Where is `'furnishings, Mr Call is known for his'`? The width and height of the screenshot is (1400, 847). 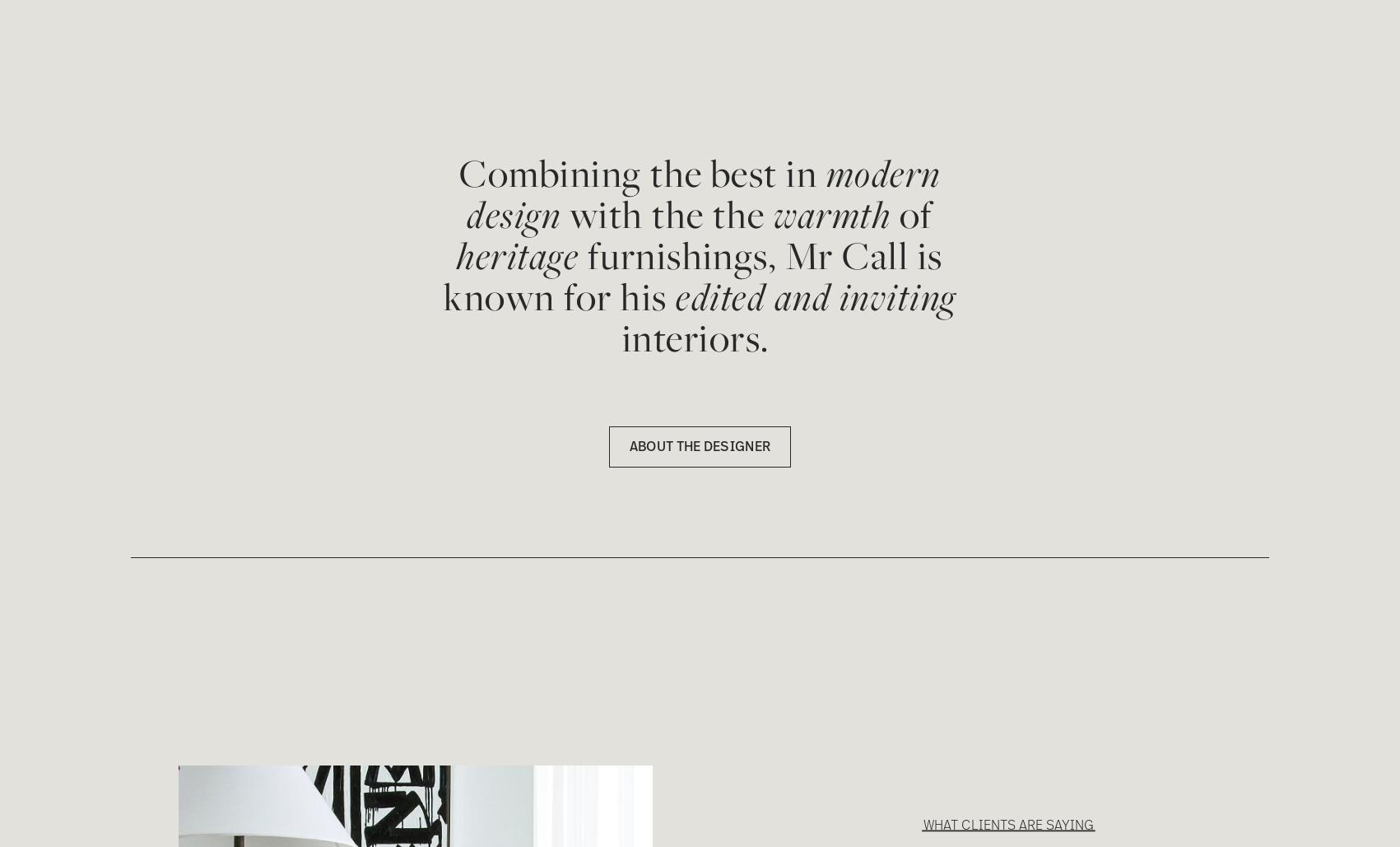 'furnishings, Mr Call is known for his' is located at coordinates (444, 276).